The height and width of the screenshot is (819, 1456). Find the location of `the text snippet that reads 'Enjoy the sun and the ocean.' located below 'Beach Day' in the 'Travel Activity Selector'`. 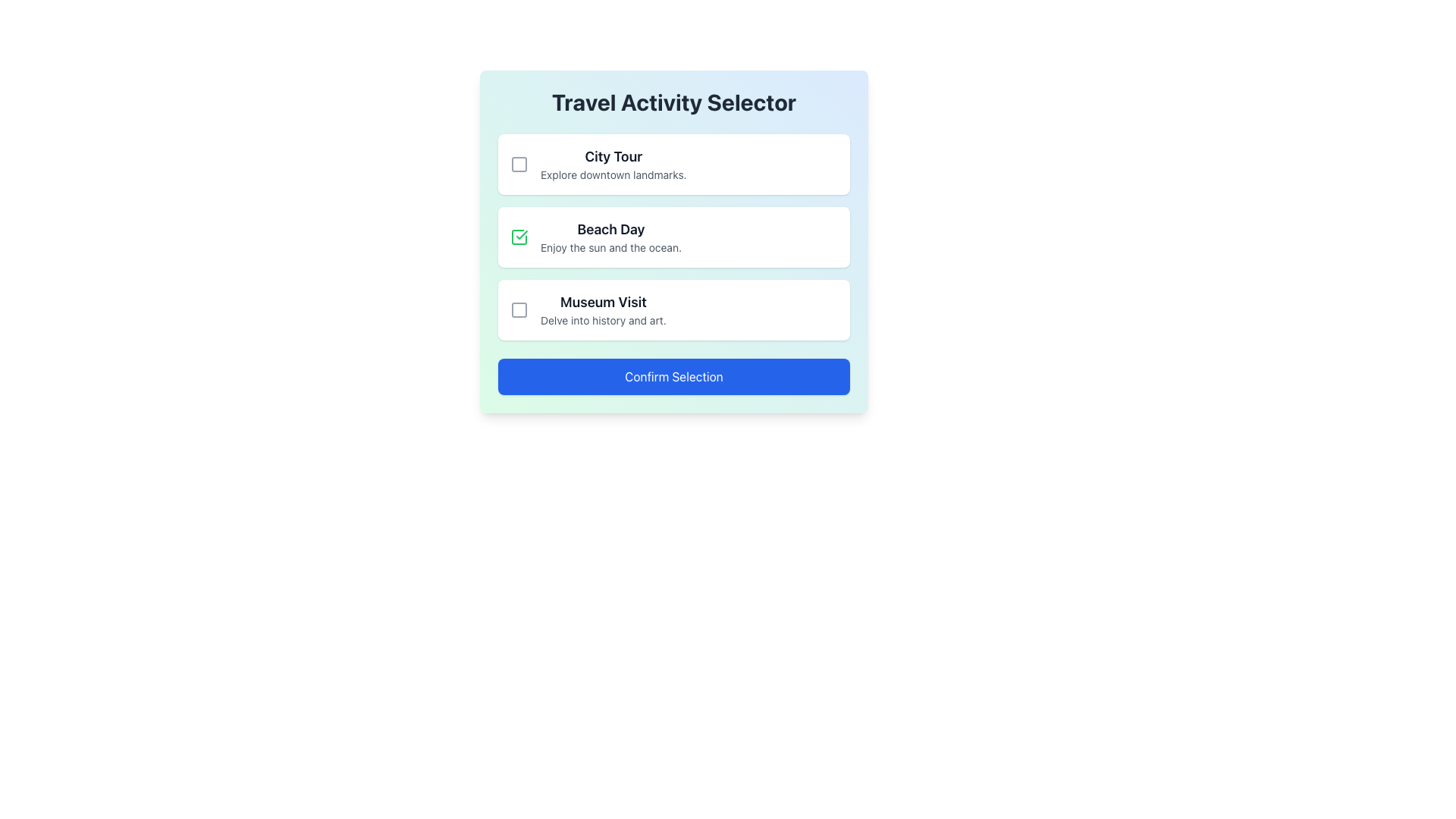

the text snippet that reads 'Enjoy the sun and the ocean.' located below 'Beach Day' in the 'Travel Activity Selector' is located at coordinates (611, 247).